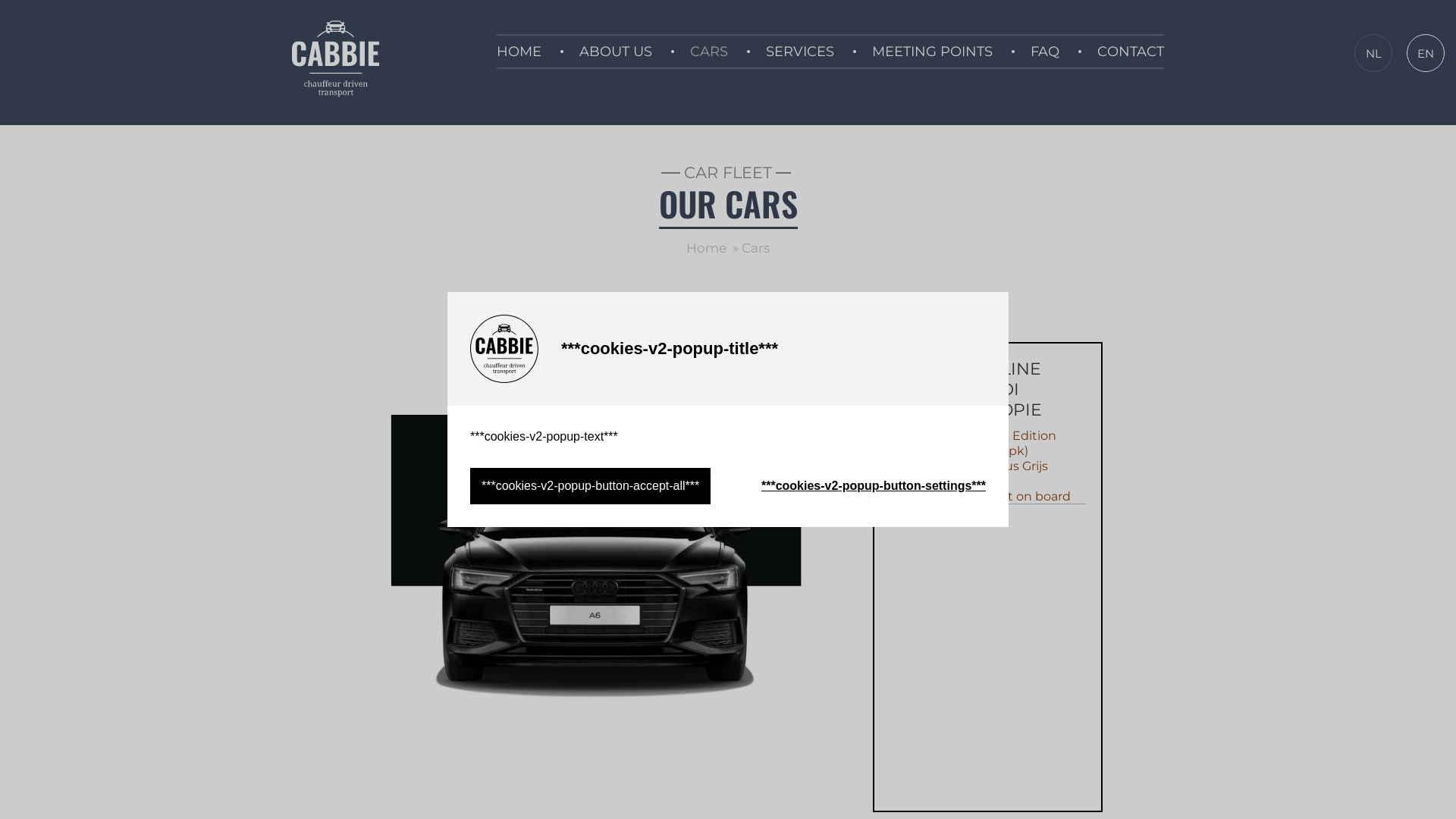 The height and width of the screenshot is (819, 1456). Describe the element at coordinates (874, 485) in the screenshot. I see `'***cookies-v2-popup-button-settings***'` at that location.